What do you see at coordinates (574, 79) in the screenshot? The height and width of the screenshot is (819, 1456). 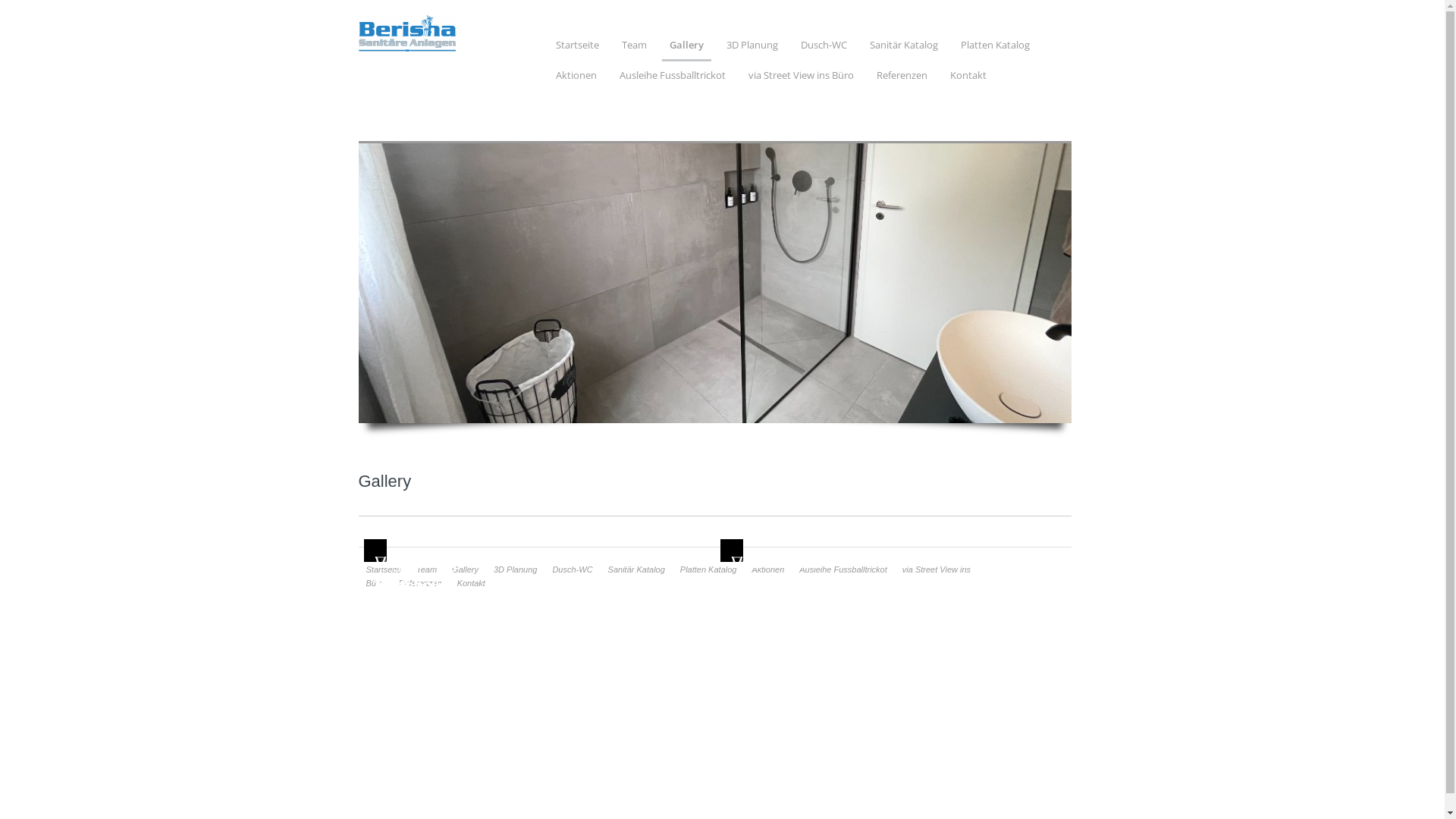 I see `'Aktionen'` at bounding box center [574, 79].